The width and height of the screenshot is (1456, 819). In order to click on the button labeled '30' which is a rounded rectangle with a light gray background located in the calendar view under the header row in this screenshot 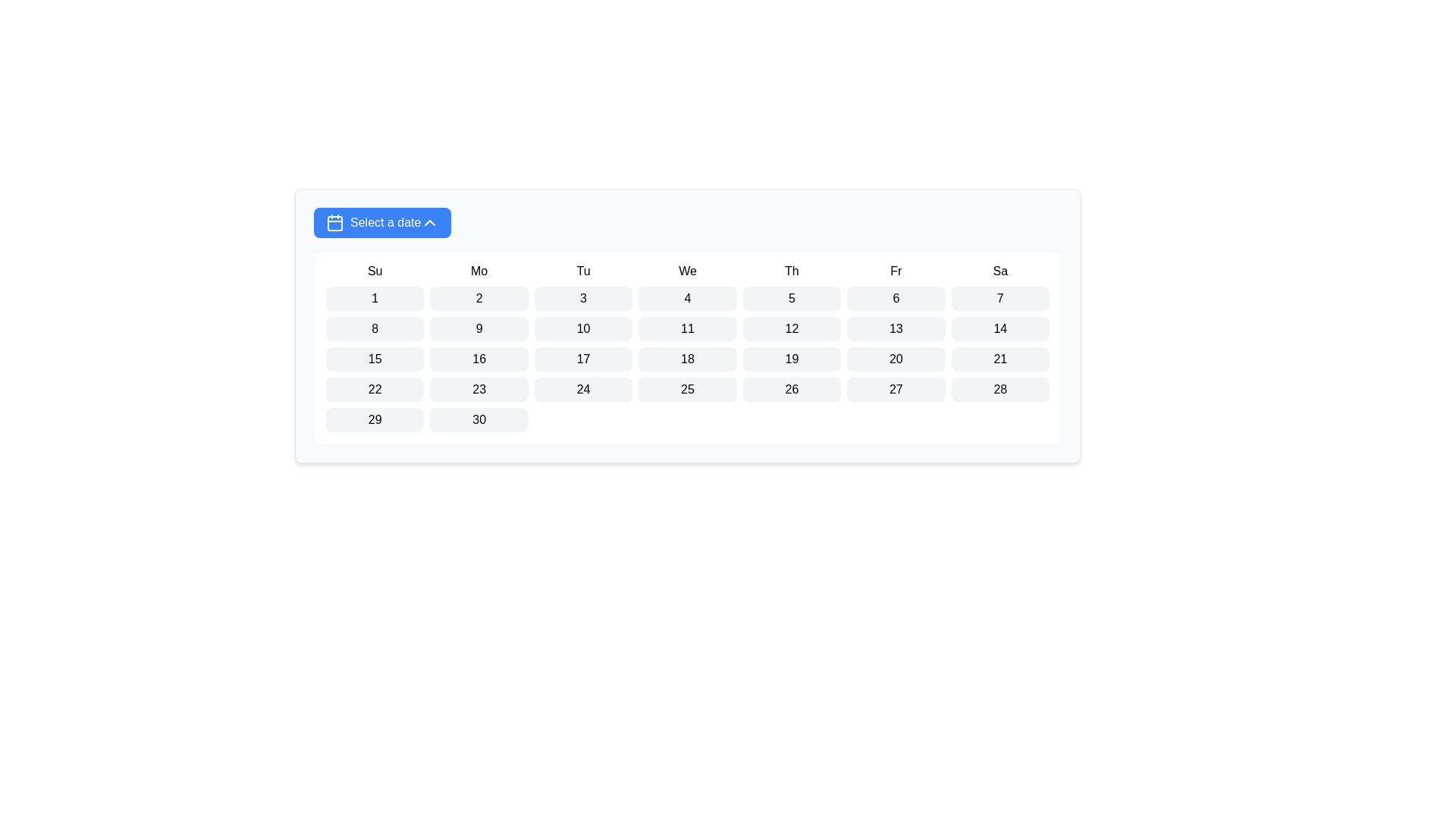, I will do `click(479, 420)`.